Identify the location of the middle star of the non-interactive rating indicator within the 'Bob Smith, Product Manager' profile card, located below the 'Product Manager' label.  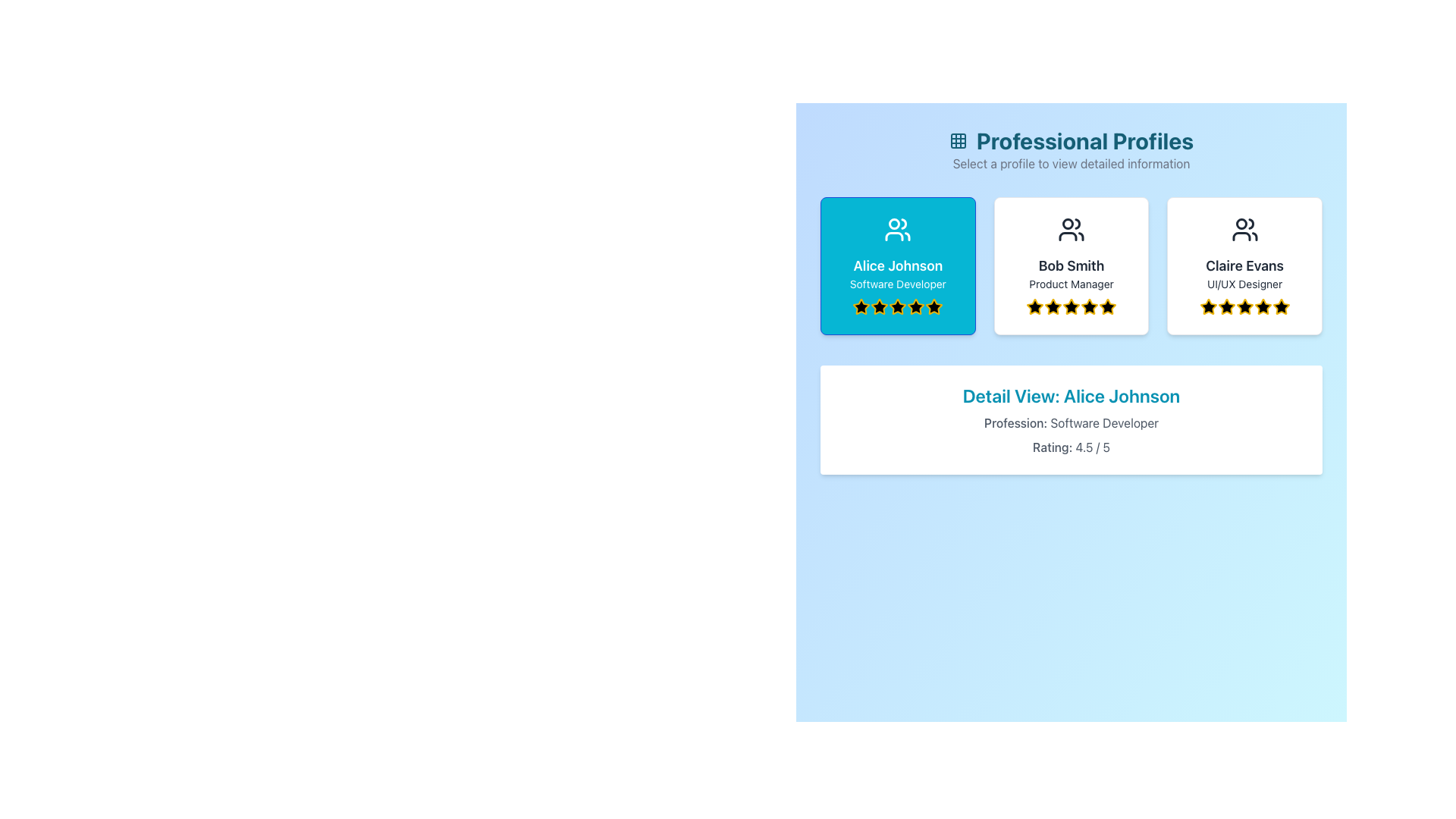
(1070, 307).